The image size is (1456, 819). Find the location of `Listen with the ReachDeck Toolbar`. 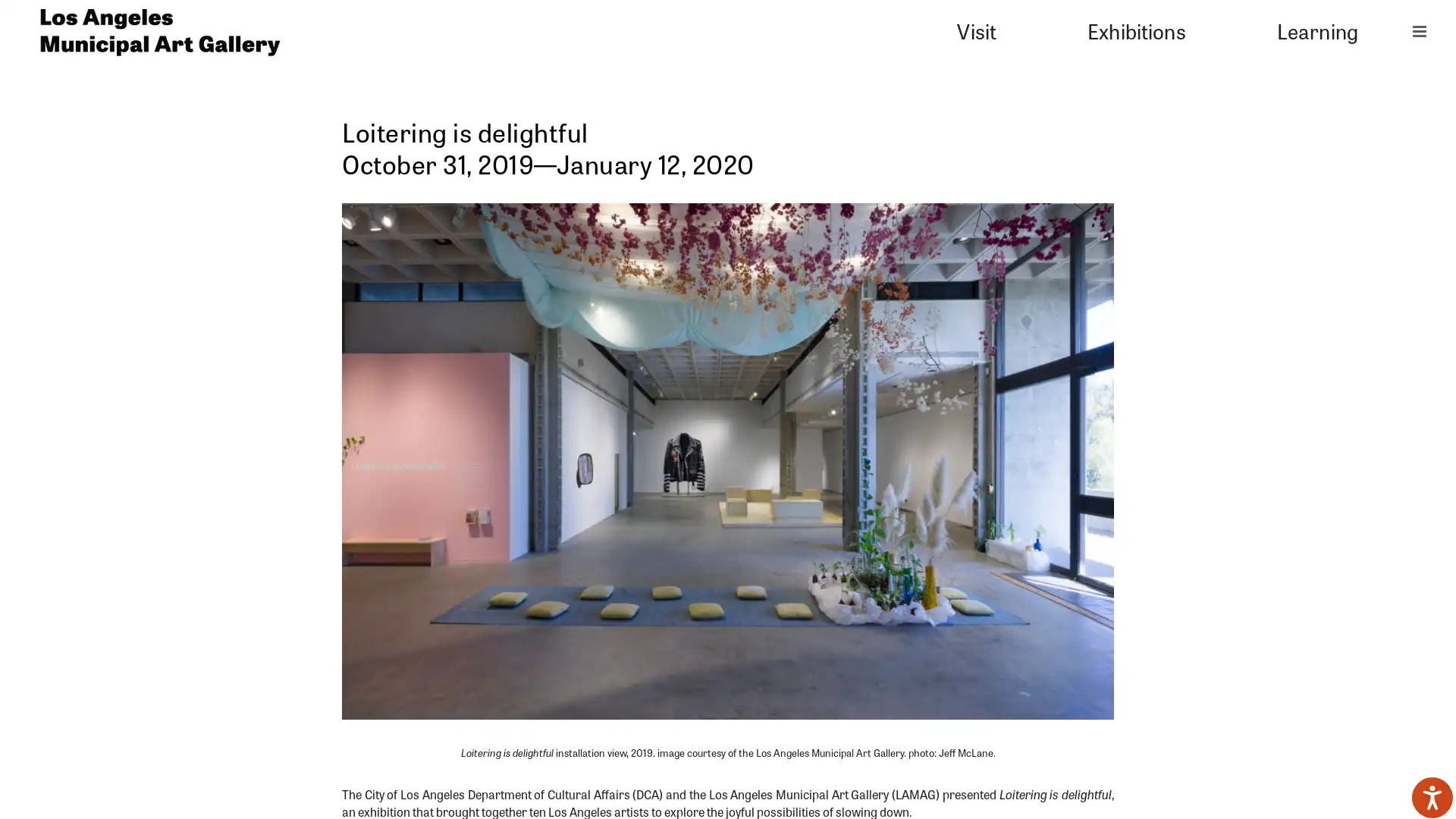

Listen with the ReachDeck Toolbar is located at coordinates (1432, 797).